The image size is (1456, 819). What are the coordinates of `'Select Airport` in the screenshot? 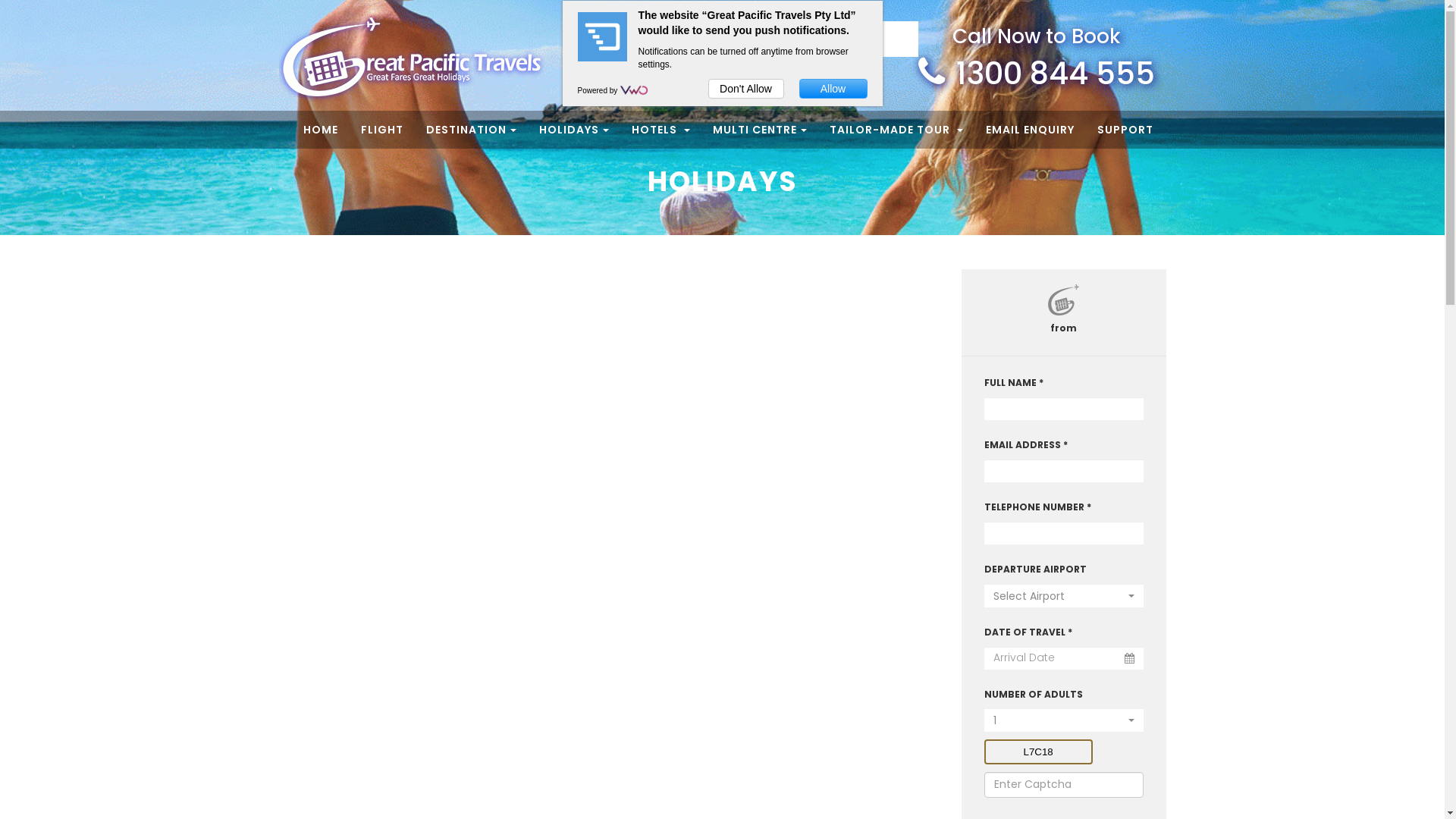 It's located at (1062, 595).